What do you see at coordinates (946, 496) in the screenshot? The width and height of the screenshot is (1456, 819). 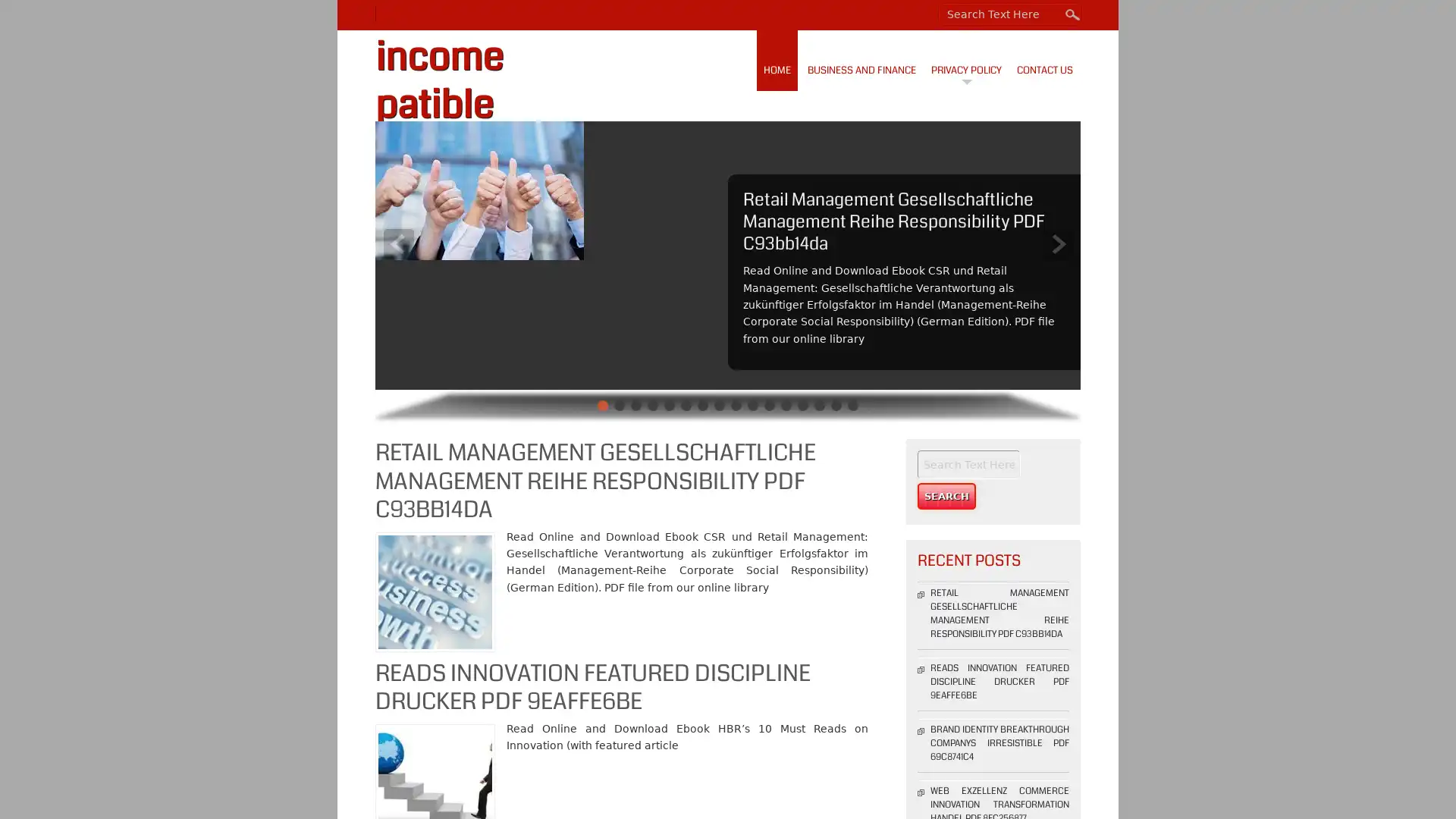 I see `Search` at bounding box center [946, 496].